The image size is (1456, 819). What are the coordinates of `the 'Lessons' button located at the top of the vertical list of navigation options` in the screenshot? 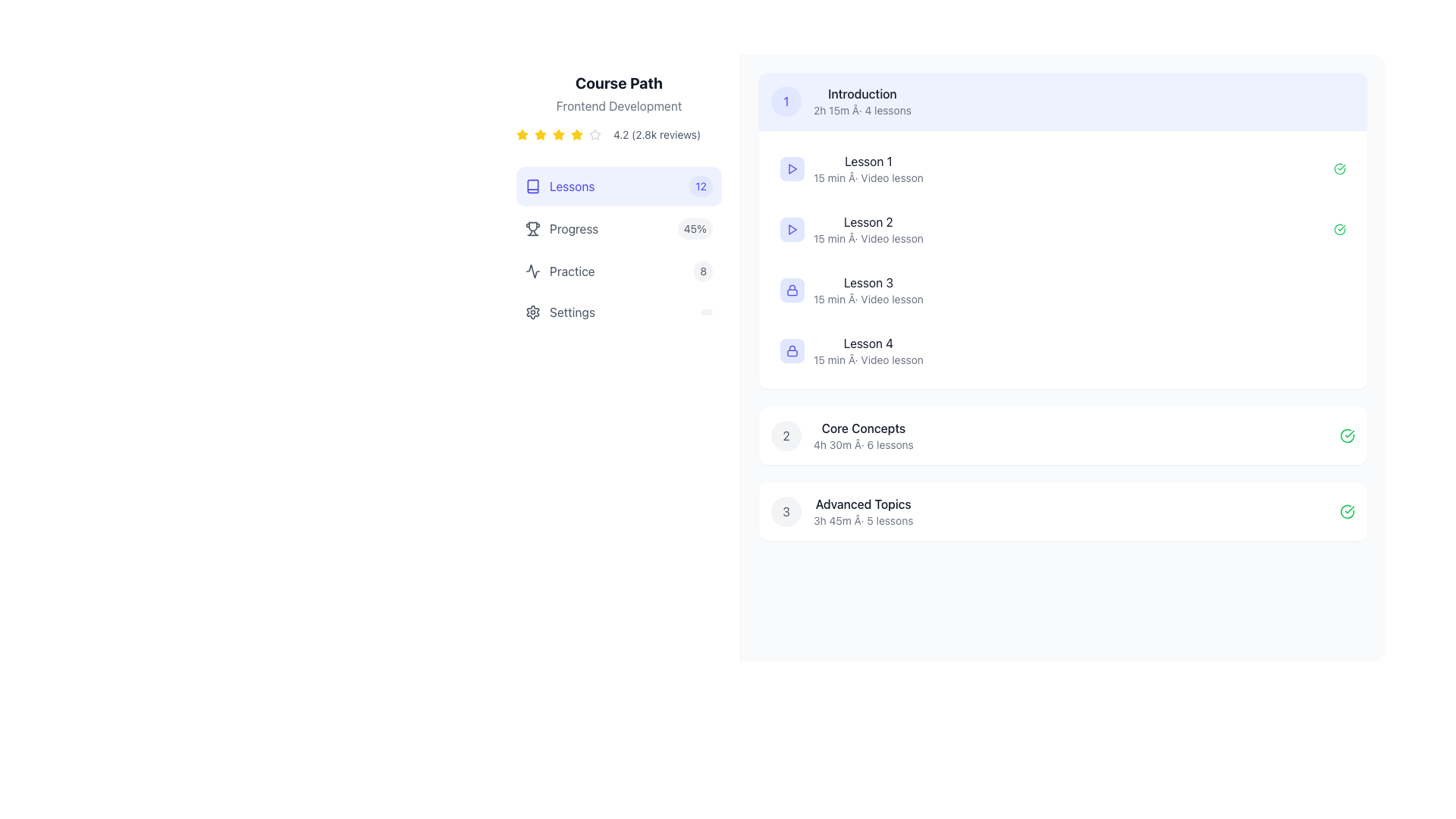 It's located at (619, 186).